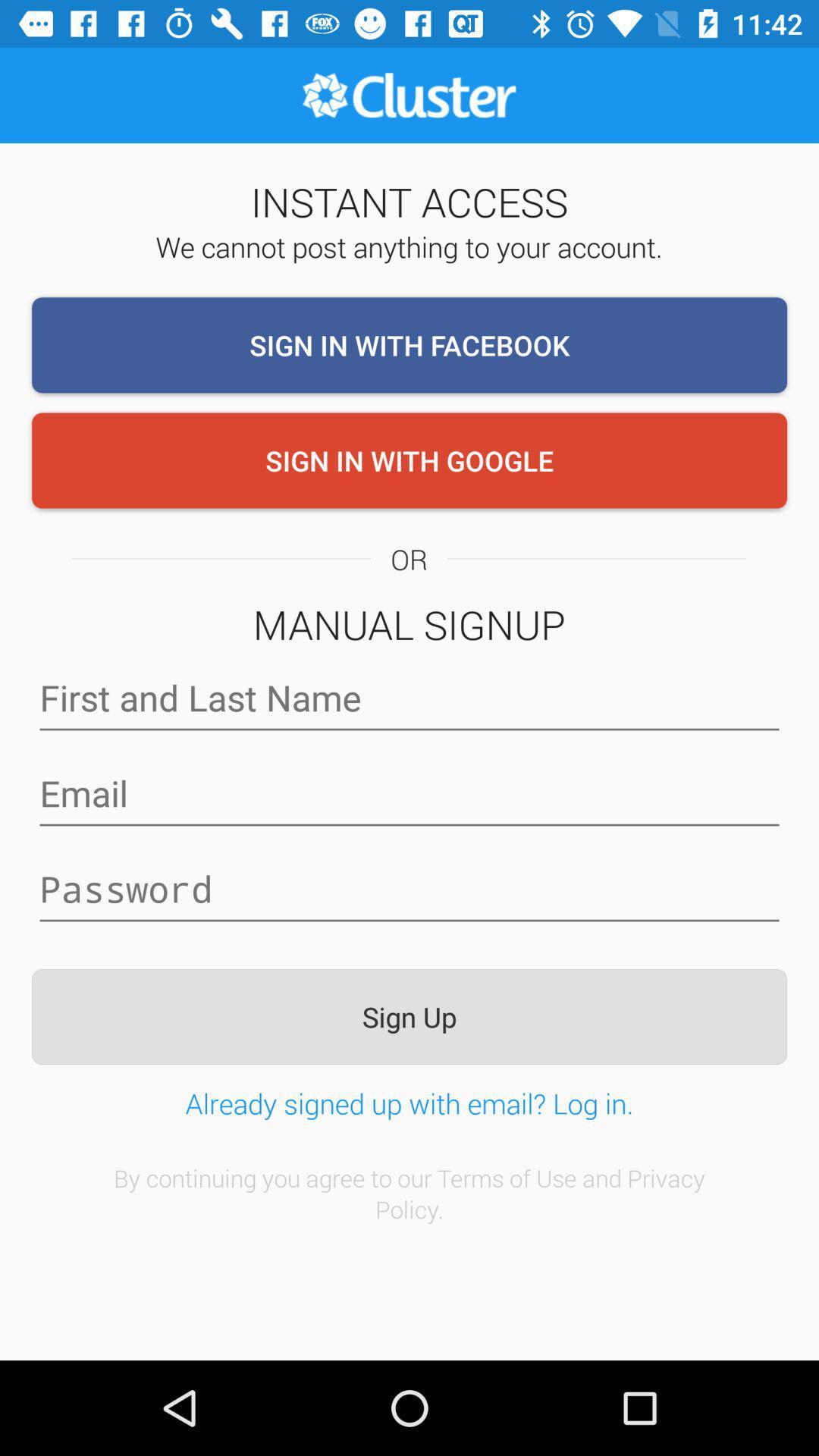  I want to click on insert password, so click(409, 889).